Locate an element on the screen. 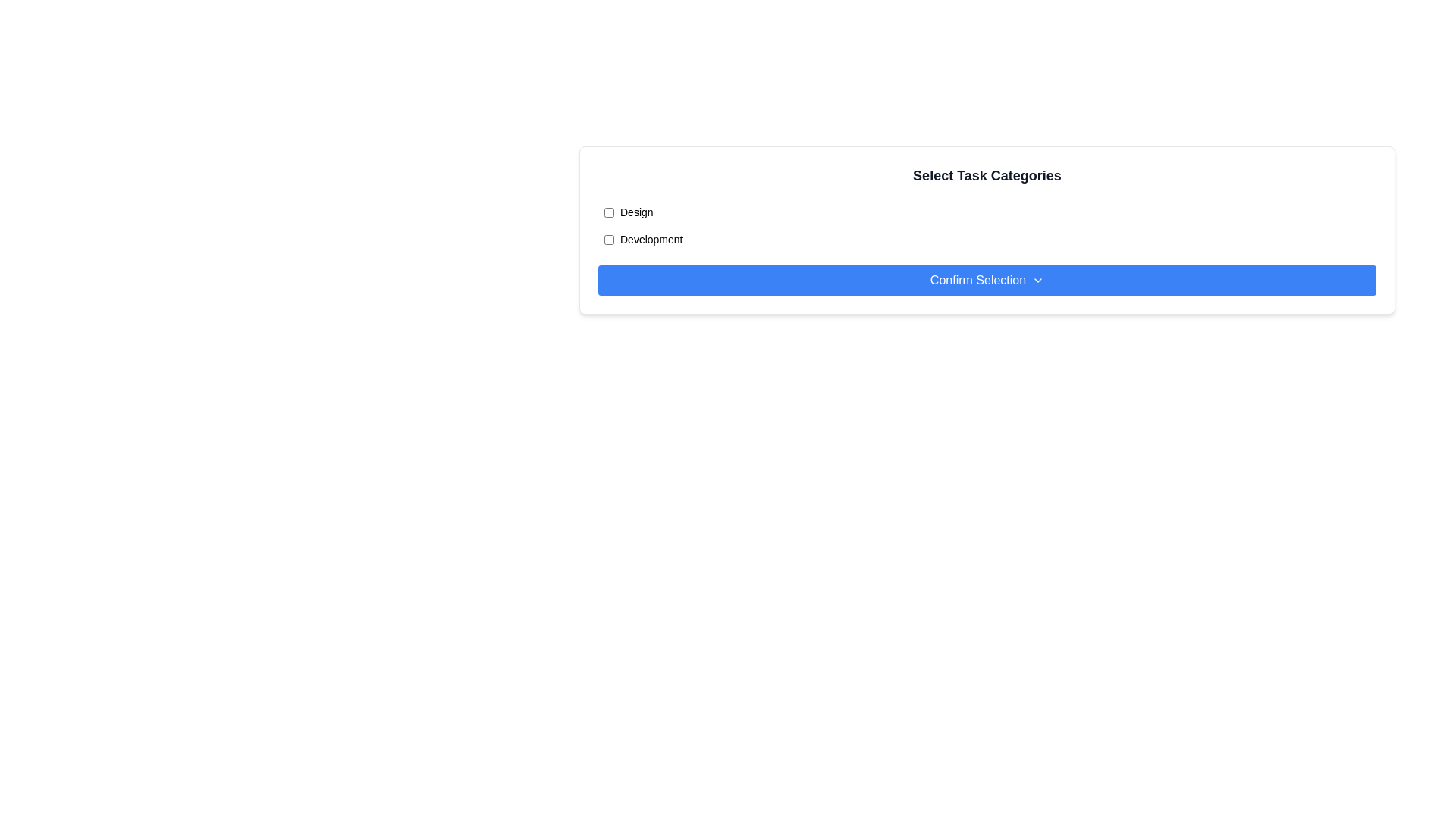  the small chevron-down icon inside the 'Confirm Selection' button, which is positioned near the right end of the button is located at coordinates (1037, 281).